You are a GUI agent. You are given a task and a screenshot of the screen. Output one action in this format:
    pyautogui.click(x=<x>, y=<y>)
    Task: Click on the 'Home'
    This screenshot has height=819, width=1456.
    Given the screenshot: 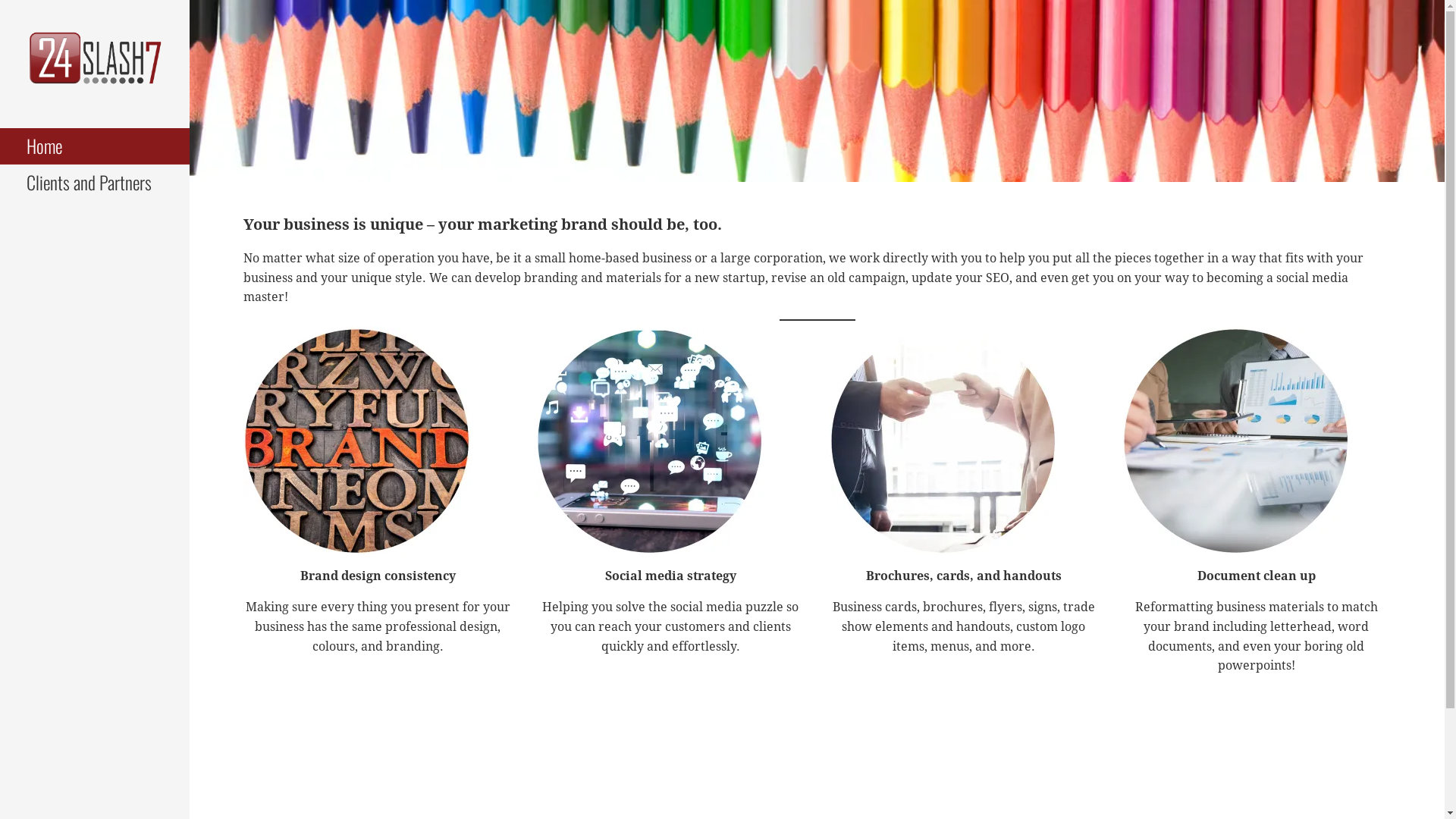 What is the action you would take?
    pyautogui.click(x=93, y=146)
    